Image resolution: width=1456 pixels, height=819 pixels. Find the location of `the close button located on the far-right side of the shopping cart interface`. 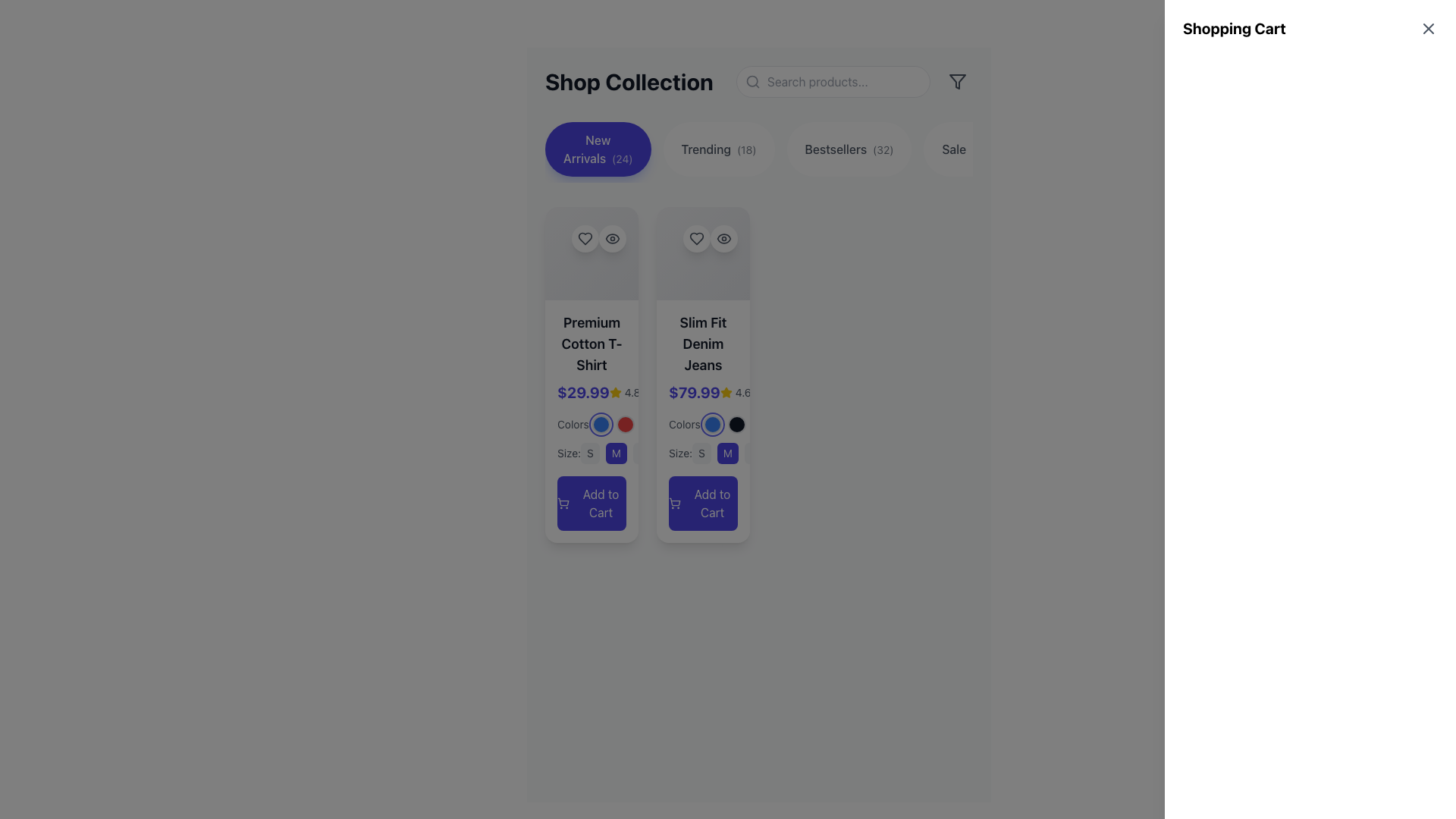

the close button located on the far-right side of the shopping cart interface is located at coordinates (1427, 29).